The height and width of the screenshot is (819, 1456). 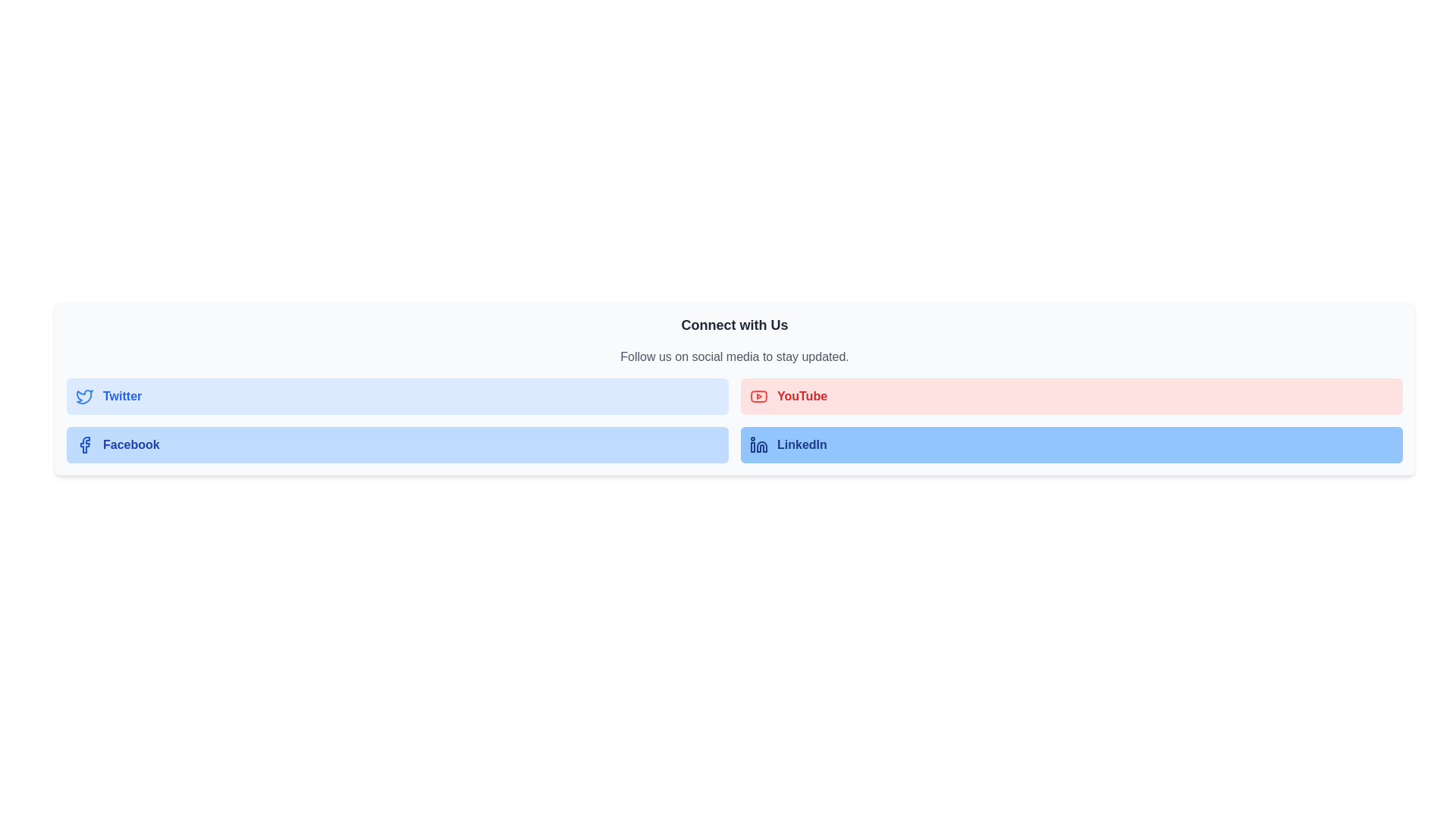 What do you see at coordinates (131, 444) in the screenshot?
I see `bold, blue-colored text labeled 'Facebook' located next to the Facebook logo inside a rounded rectangle button in the second row of social media links` at bounding box center [131, 444].